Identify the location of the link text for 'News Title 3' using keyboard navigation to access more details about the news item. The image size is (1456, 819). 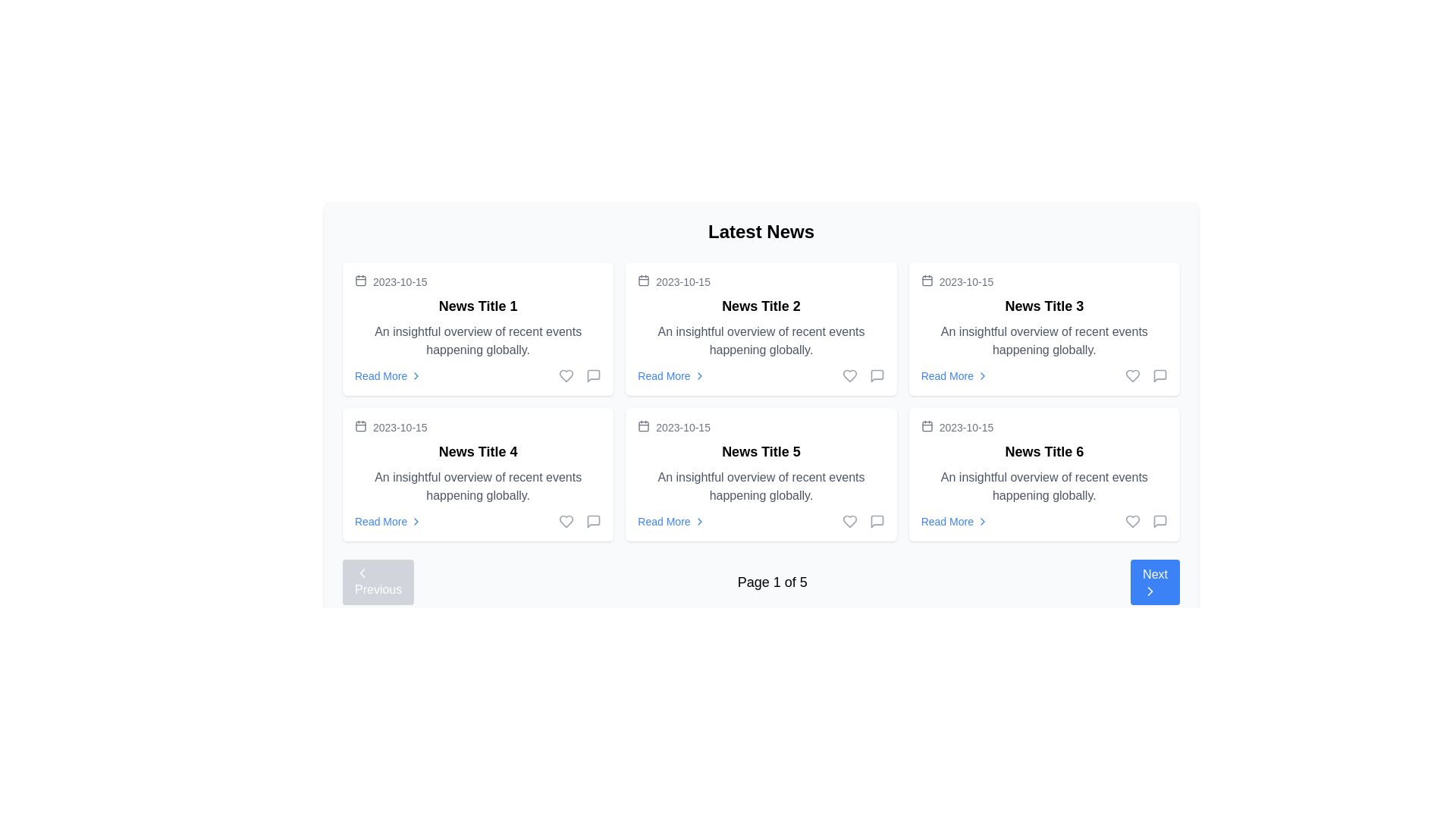
(946, 375).